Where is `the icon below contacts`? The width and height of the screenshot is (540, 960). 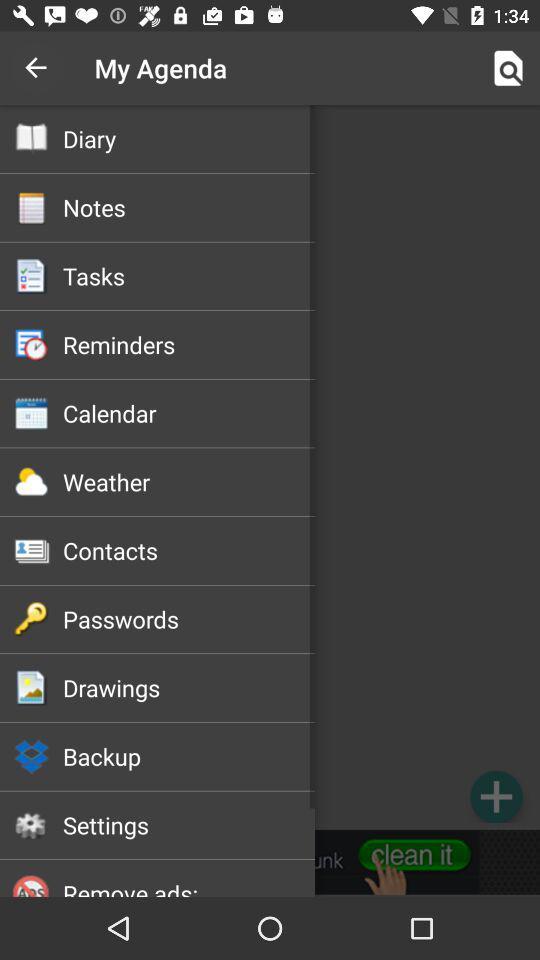
the icon below contacts is located at coordinates (189, 618).